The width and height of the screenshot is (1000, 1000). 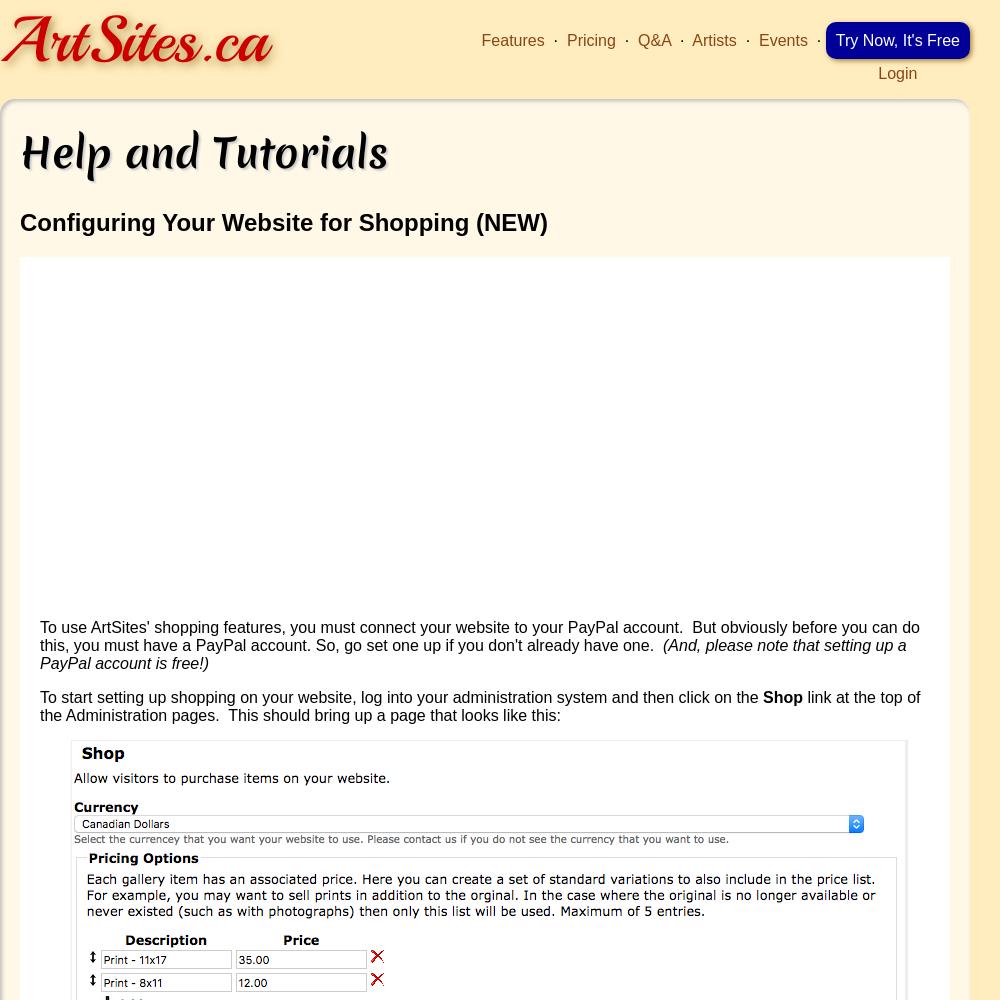 I want to click on 'Help and Tutorials', so click(x=203, y=153).